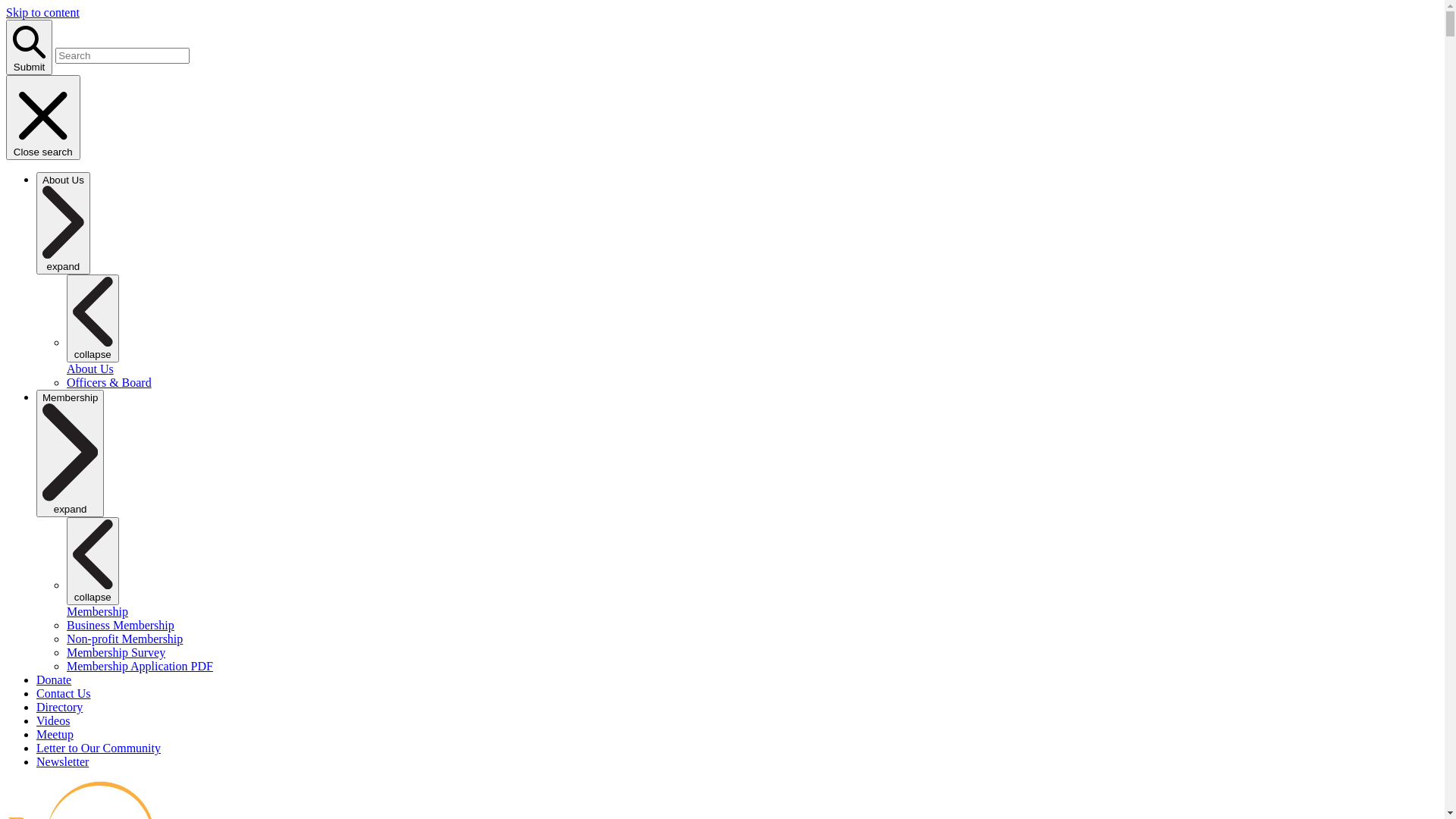 Image resolution: width=1456 pixels, height=819 pixels. What do you see at coordinates (97, 747) in the screenshot?
I see `'Letter to Our Community'` at bounding box center [97, 747].